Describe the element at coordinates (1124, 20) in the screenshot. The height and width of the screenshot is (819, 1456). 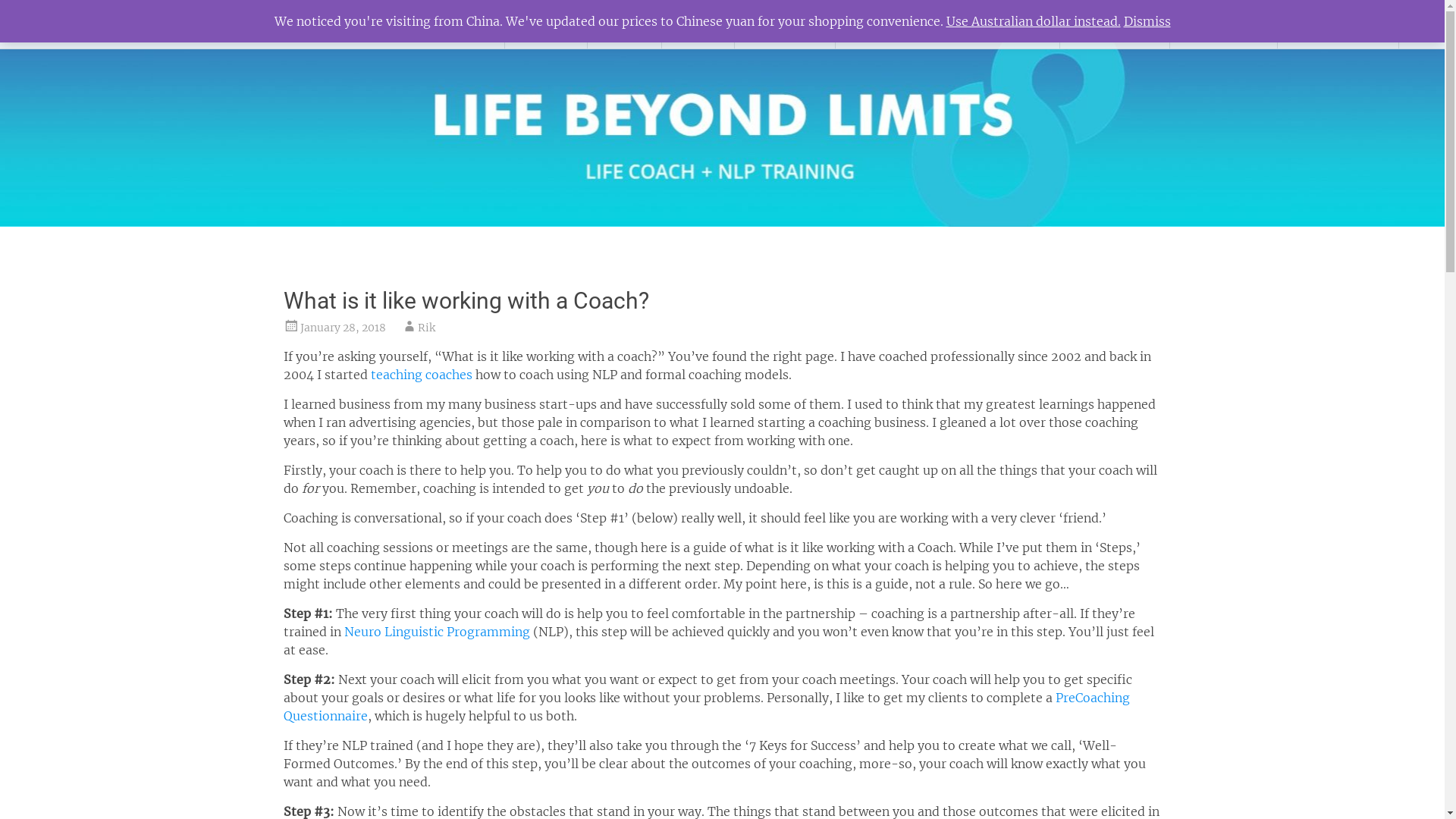
I see `'Dismiss'` at that location.